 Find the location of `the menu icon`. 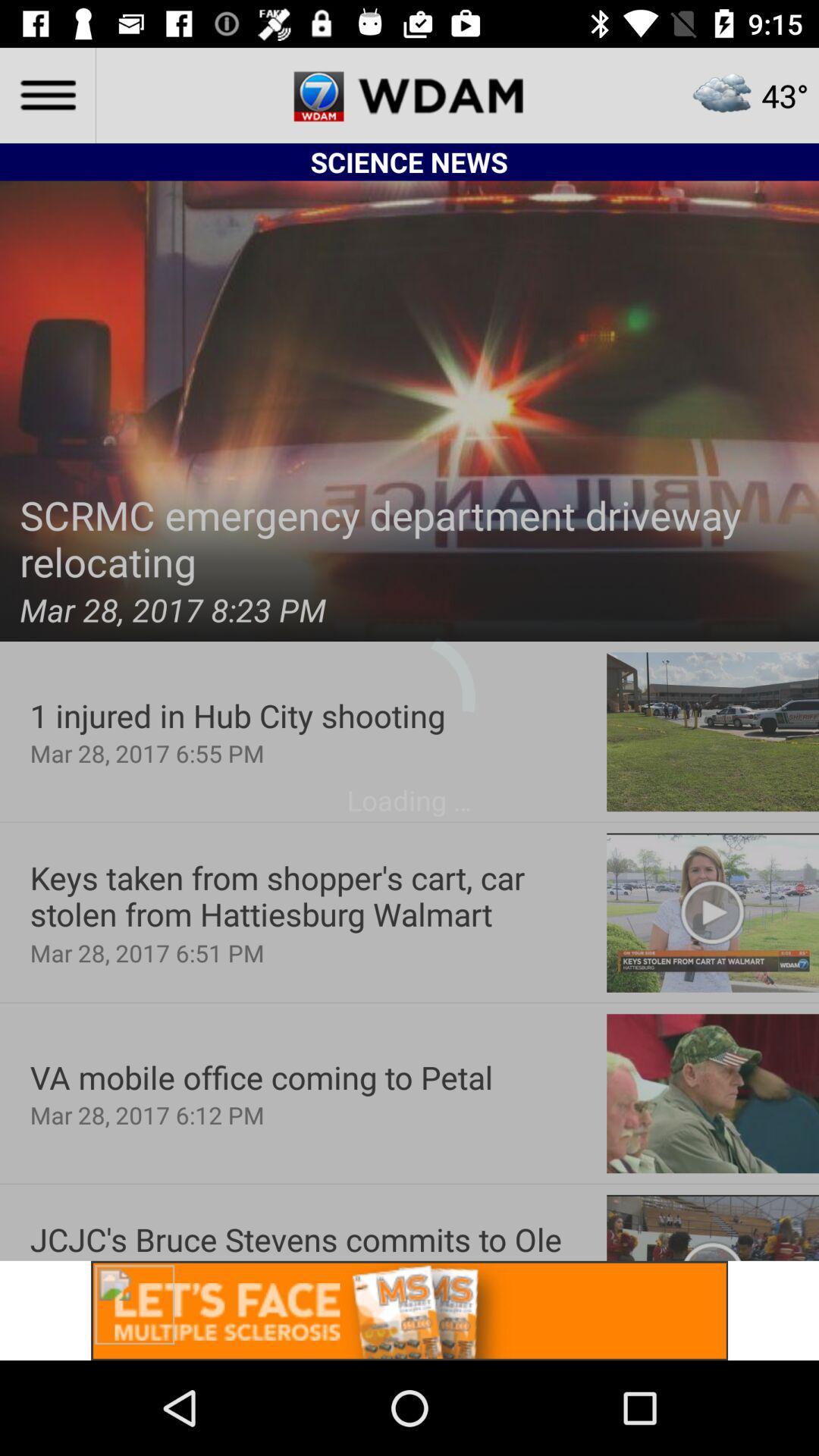

the menu icon is located at coordinates (46, 94).